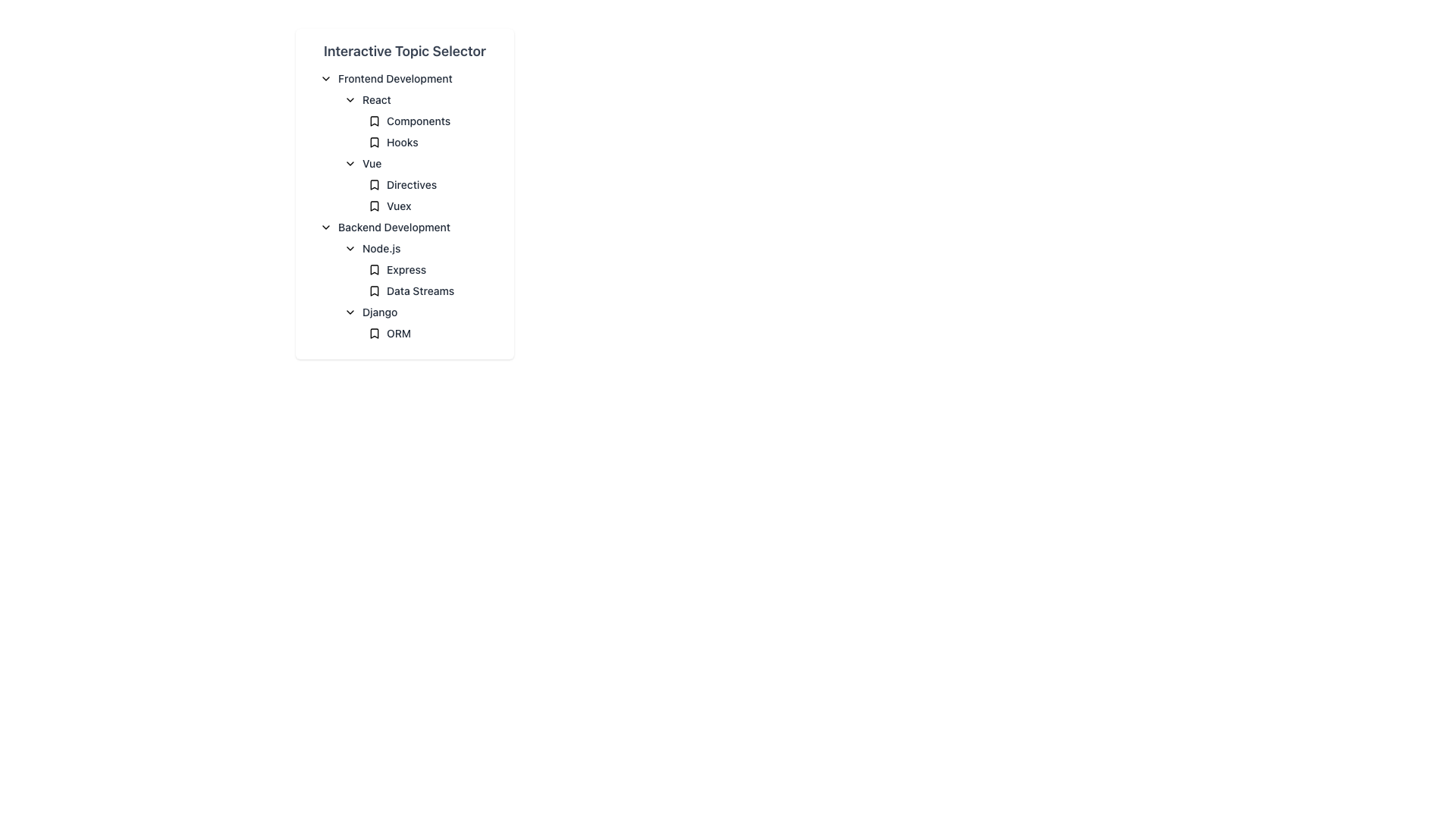 The width and height of the screenshot is (1456, 819). I want to click on the 'Backend Development' category label in the interactive topic selector, so click(394, 227).